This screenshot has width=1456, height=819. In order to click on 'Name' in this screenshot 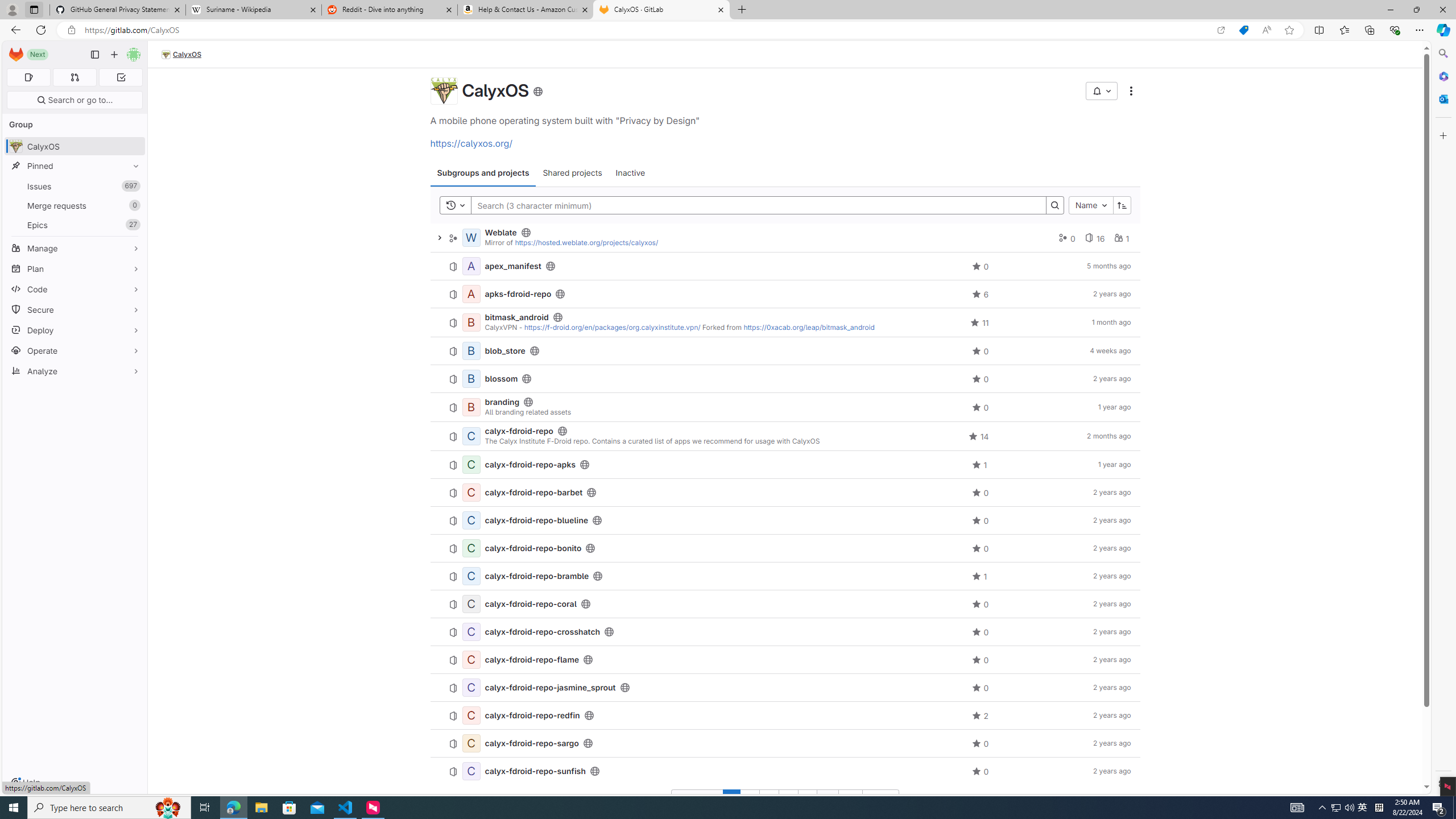, I will do `click(1090, 205)`.